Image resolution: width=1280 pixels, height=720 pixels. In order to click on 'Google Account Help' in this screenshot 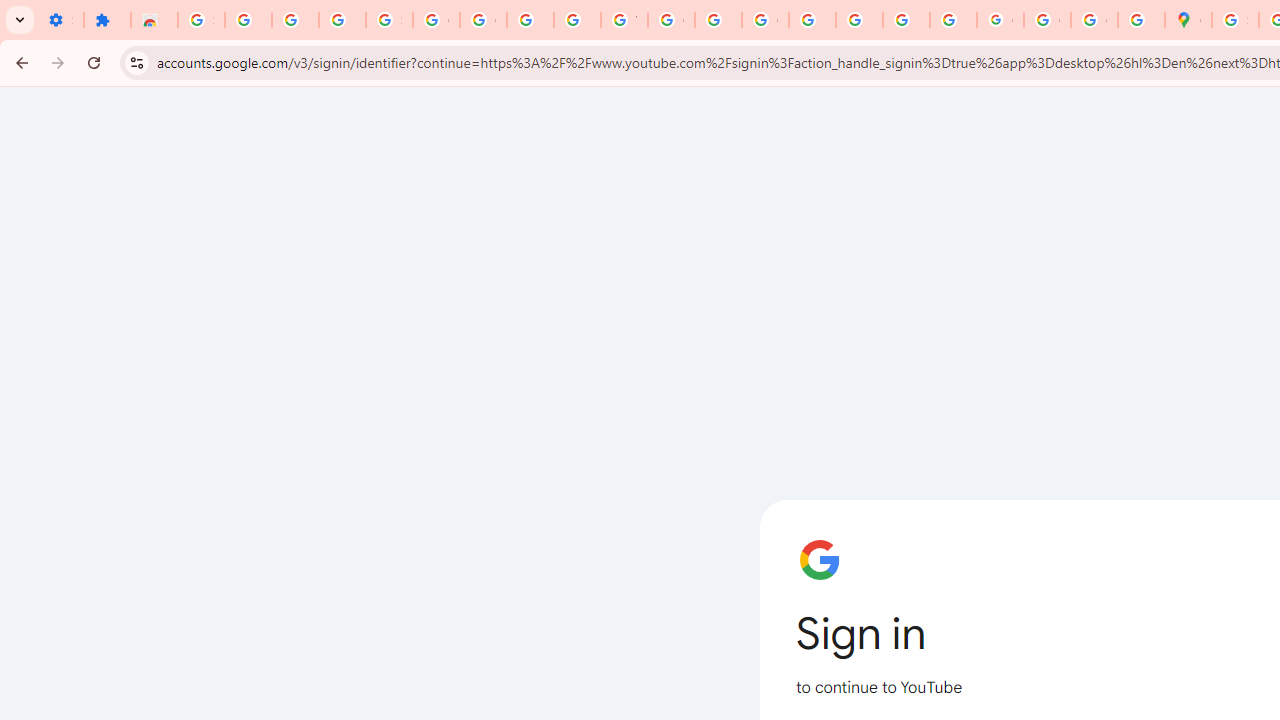, I will do `click(435, 20)`.